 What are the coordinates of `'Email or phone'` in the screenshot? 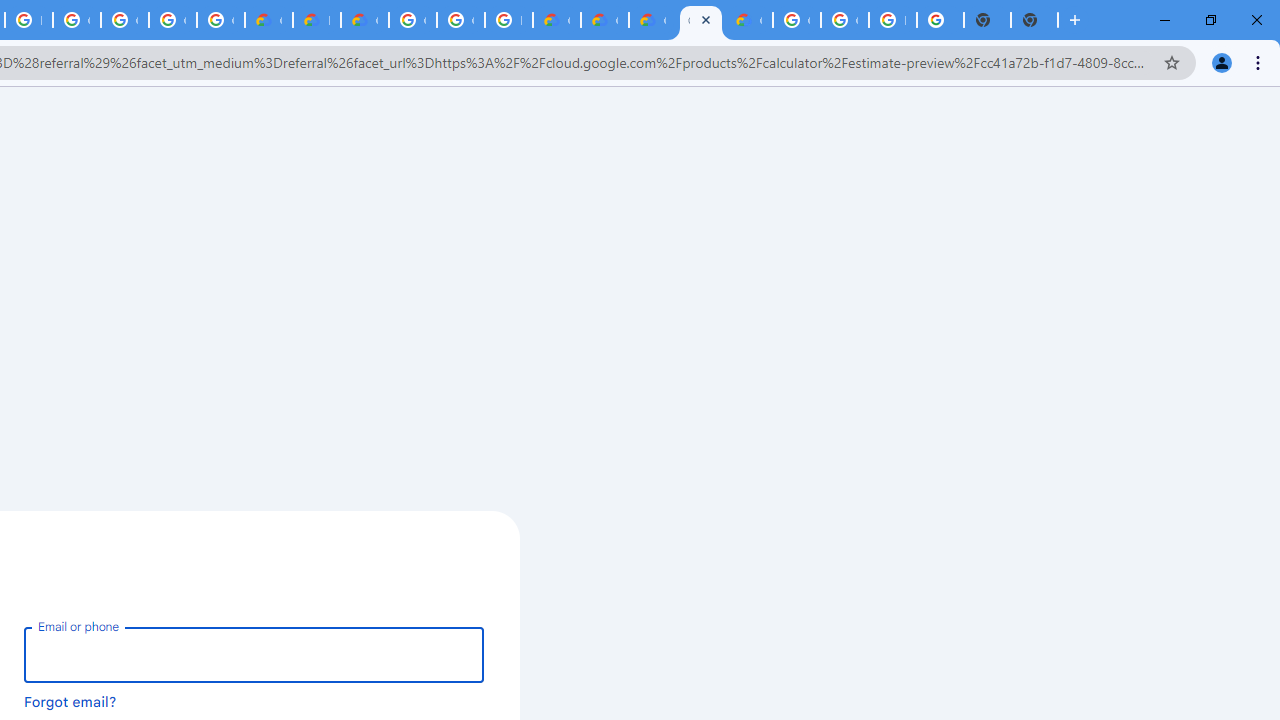 It's located at (253, 654).